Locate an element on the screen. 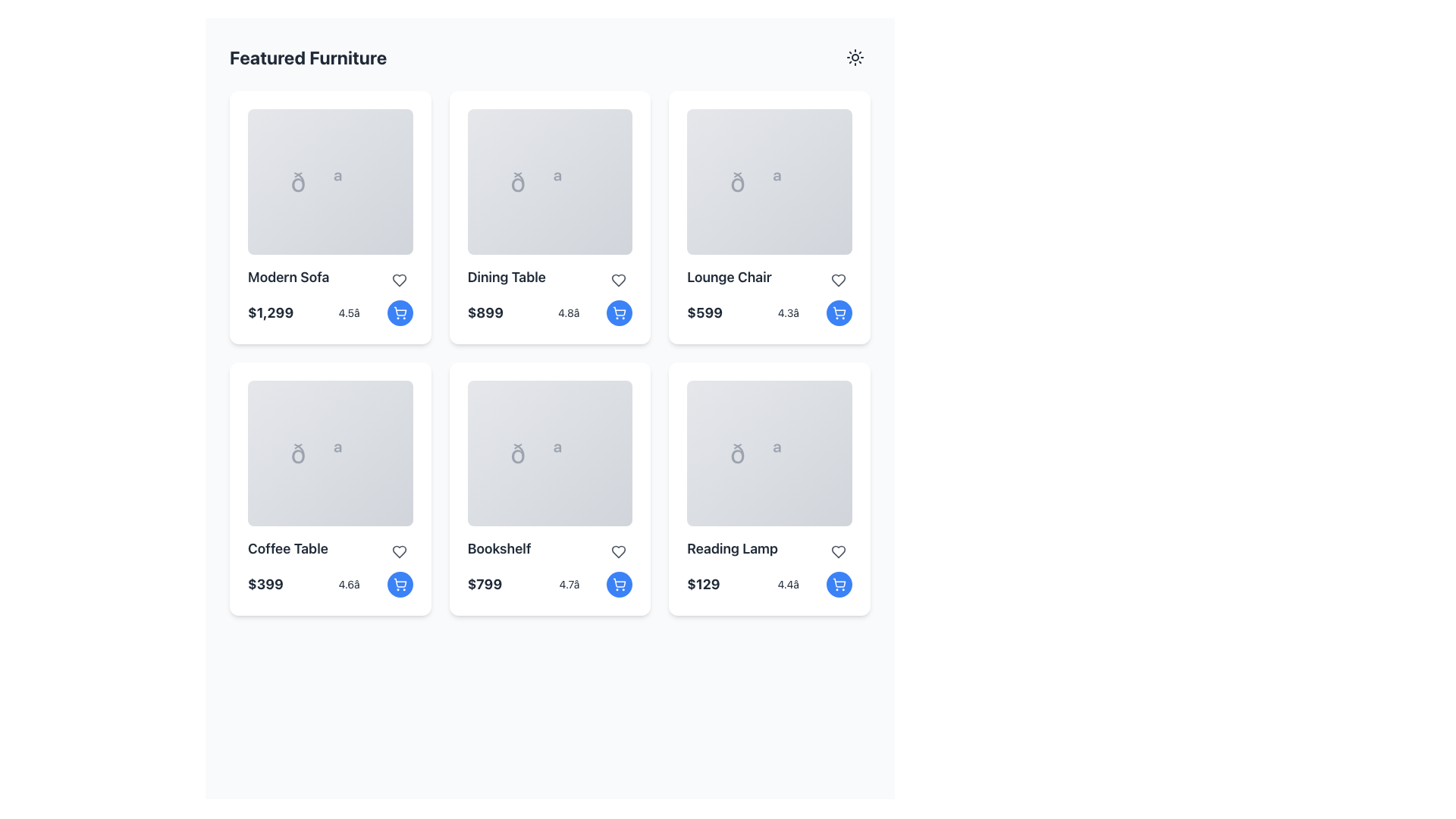  the interactive overlay present on the image placeholder in the third card of the top row, which features a gradient background and a chair icon is located at coordinates (770, 180).